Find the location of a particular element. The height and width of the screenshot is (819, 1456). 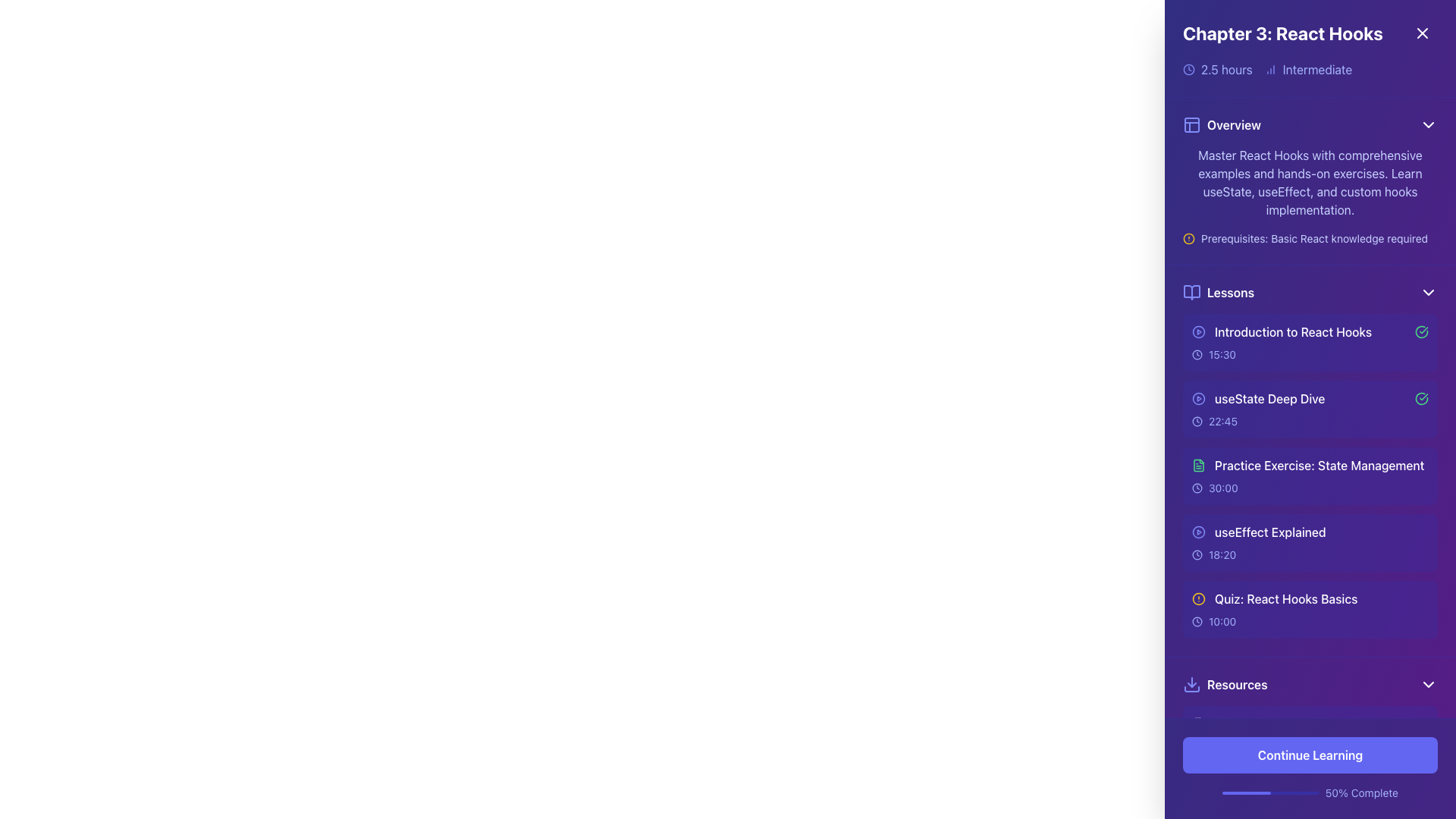

the status represented by the circular green outlined icon indicating a completed lesson next to 'useState Deep Dive' in the second lesson entry is located at coordinates (1421, 331).